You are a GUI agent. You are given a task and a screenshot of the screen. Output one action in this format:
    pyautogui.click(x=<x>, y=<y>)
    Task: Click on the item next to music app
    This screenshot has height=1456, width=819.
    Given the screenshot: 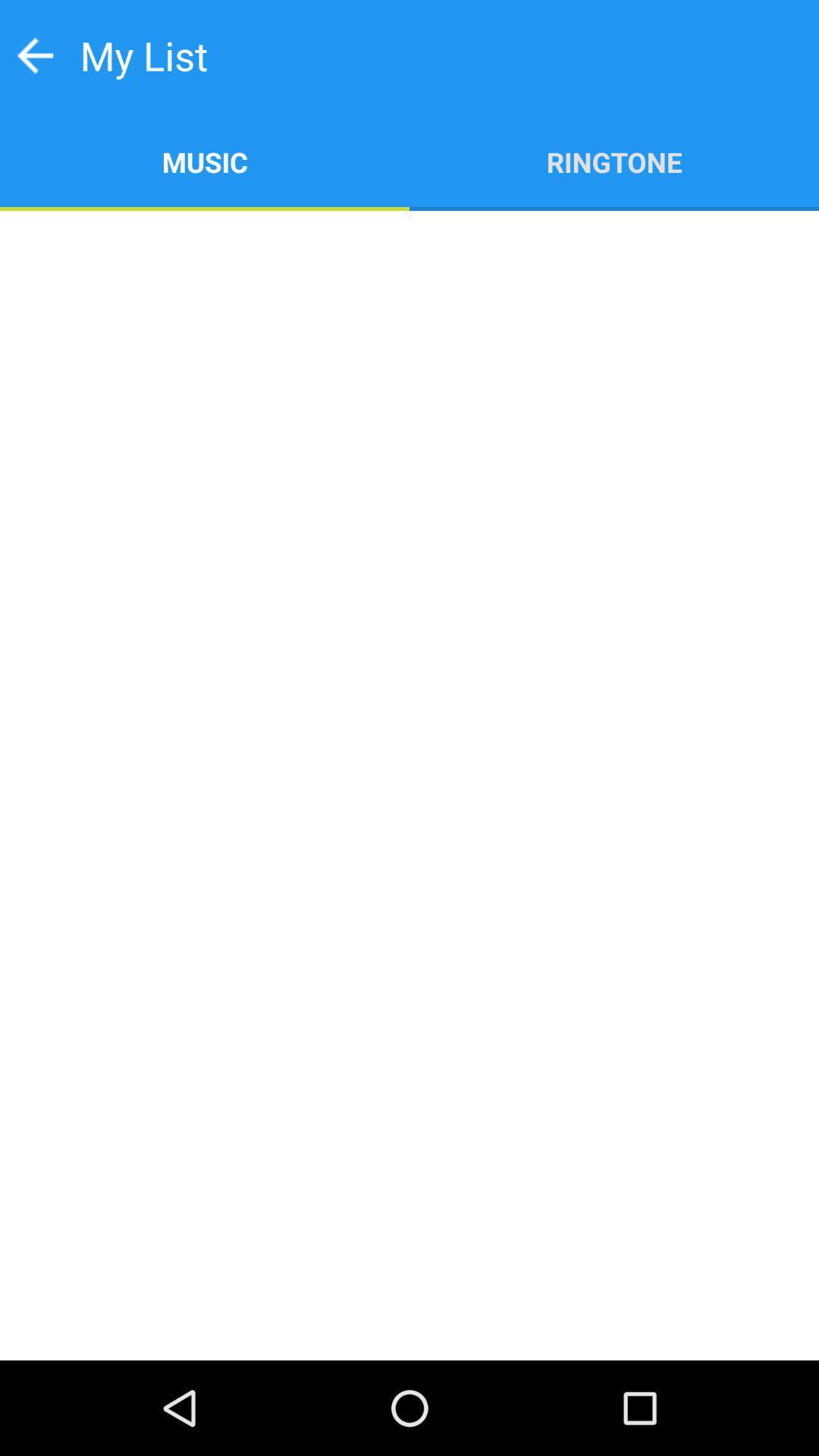 What is the action you would take?
    pyautogui.click(x=614, y=161)
    